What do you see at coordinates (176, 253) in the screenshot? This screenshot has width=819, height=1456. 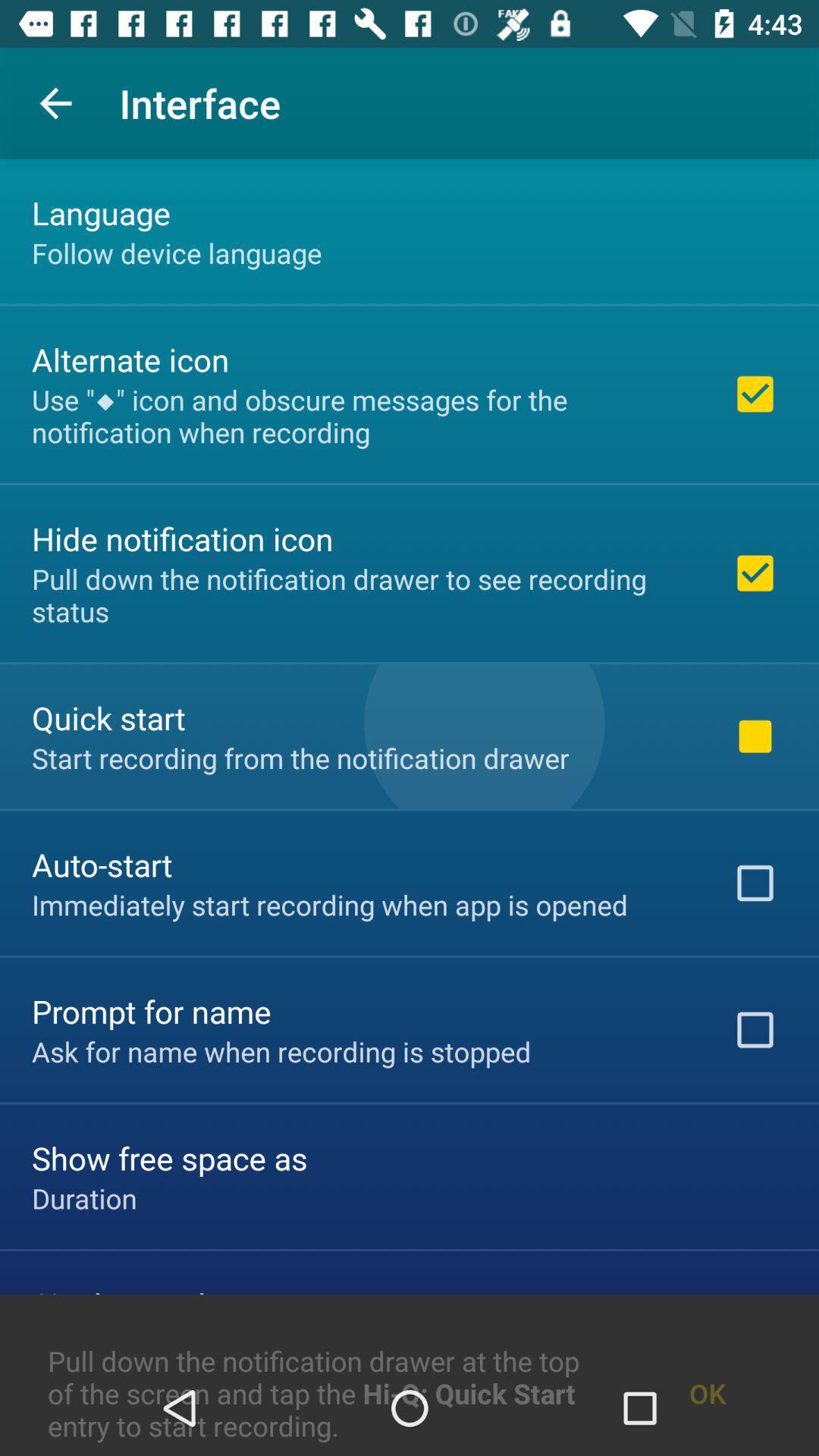 I see `icon above alternate icon` at bounding box center [176, 253].